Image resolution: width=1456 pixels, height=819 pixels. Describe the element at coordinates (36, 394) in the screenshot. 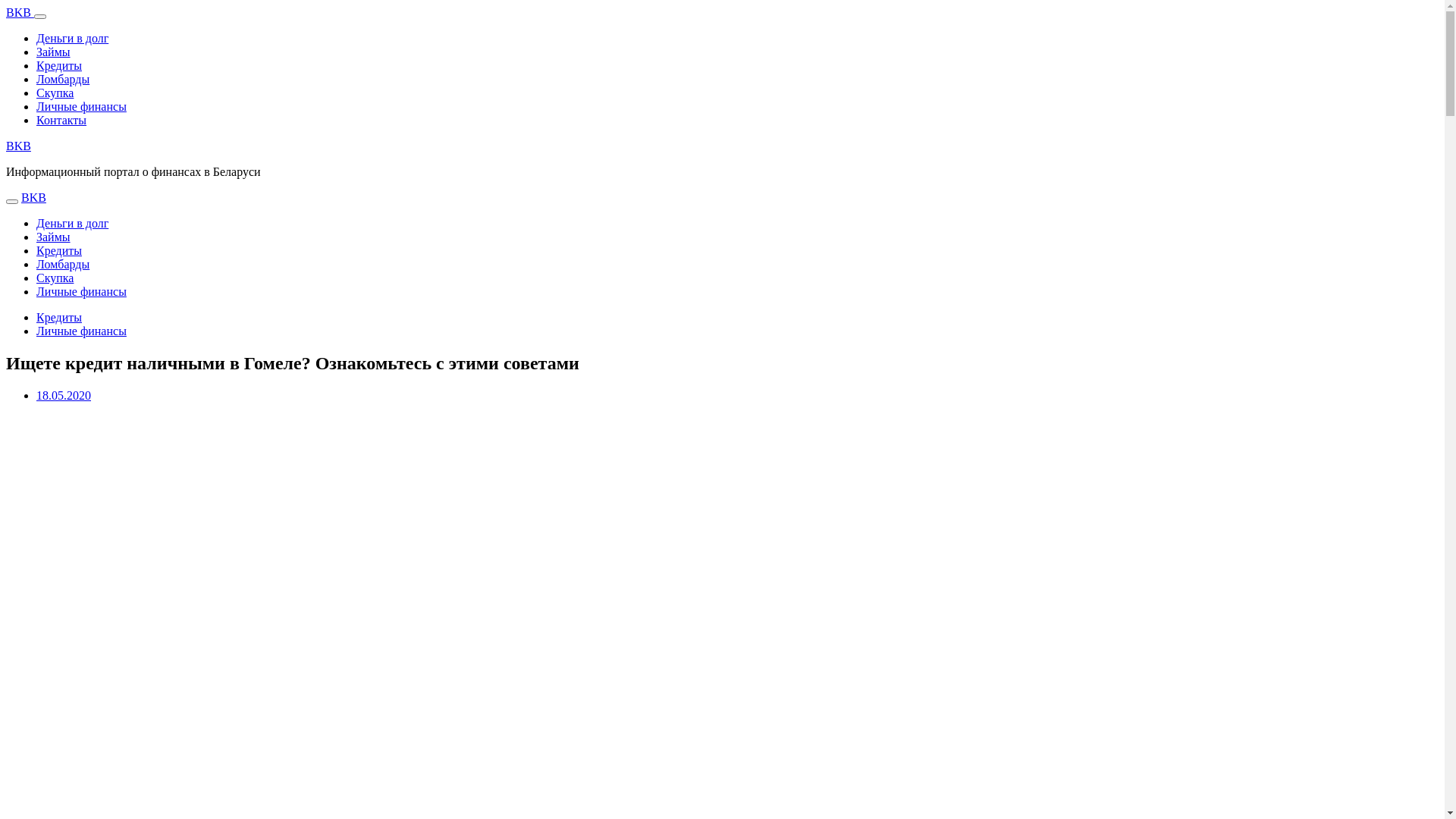

I see `'18.05.2020'` at that location.